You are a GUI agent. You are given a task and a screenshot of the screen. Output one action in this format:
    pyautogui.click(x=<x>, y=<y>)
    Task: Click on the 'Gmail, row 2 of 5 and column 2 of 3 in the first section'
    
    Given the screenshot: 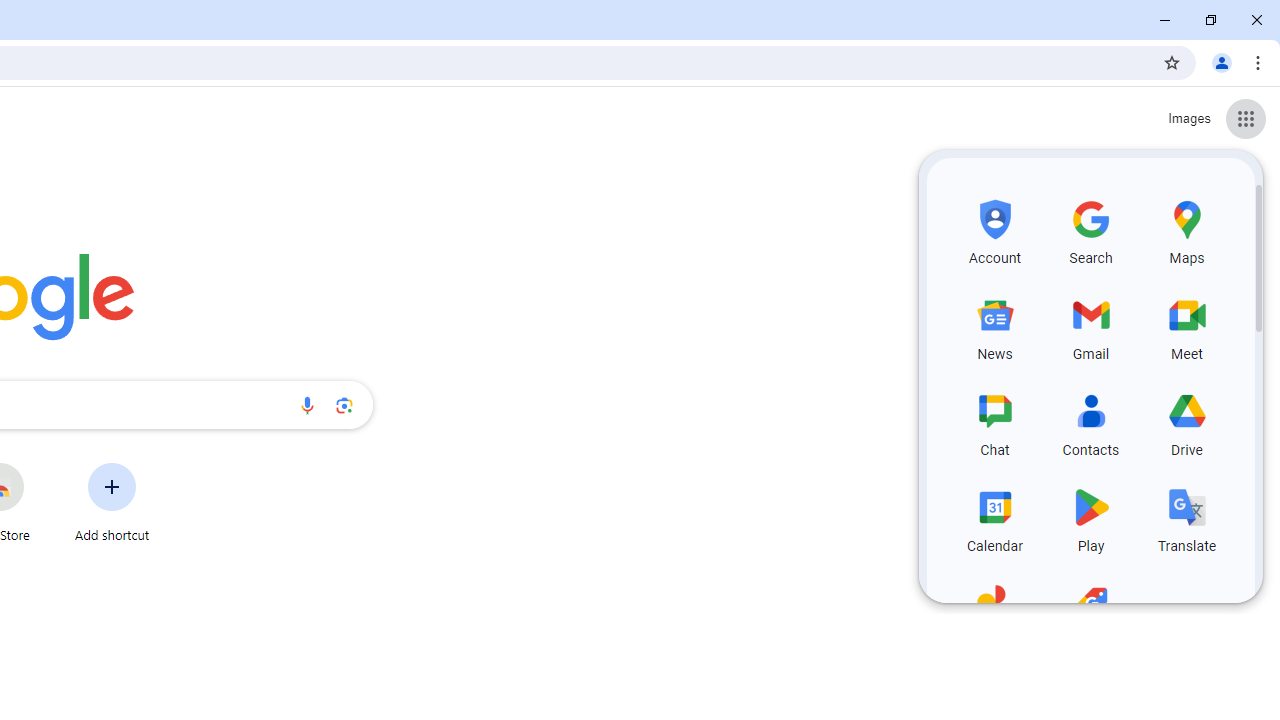 What is the action you would take?
    pyautogui.click(x=1090, y=324)
    